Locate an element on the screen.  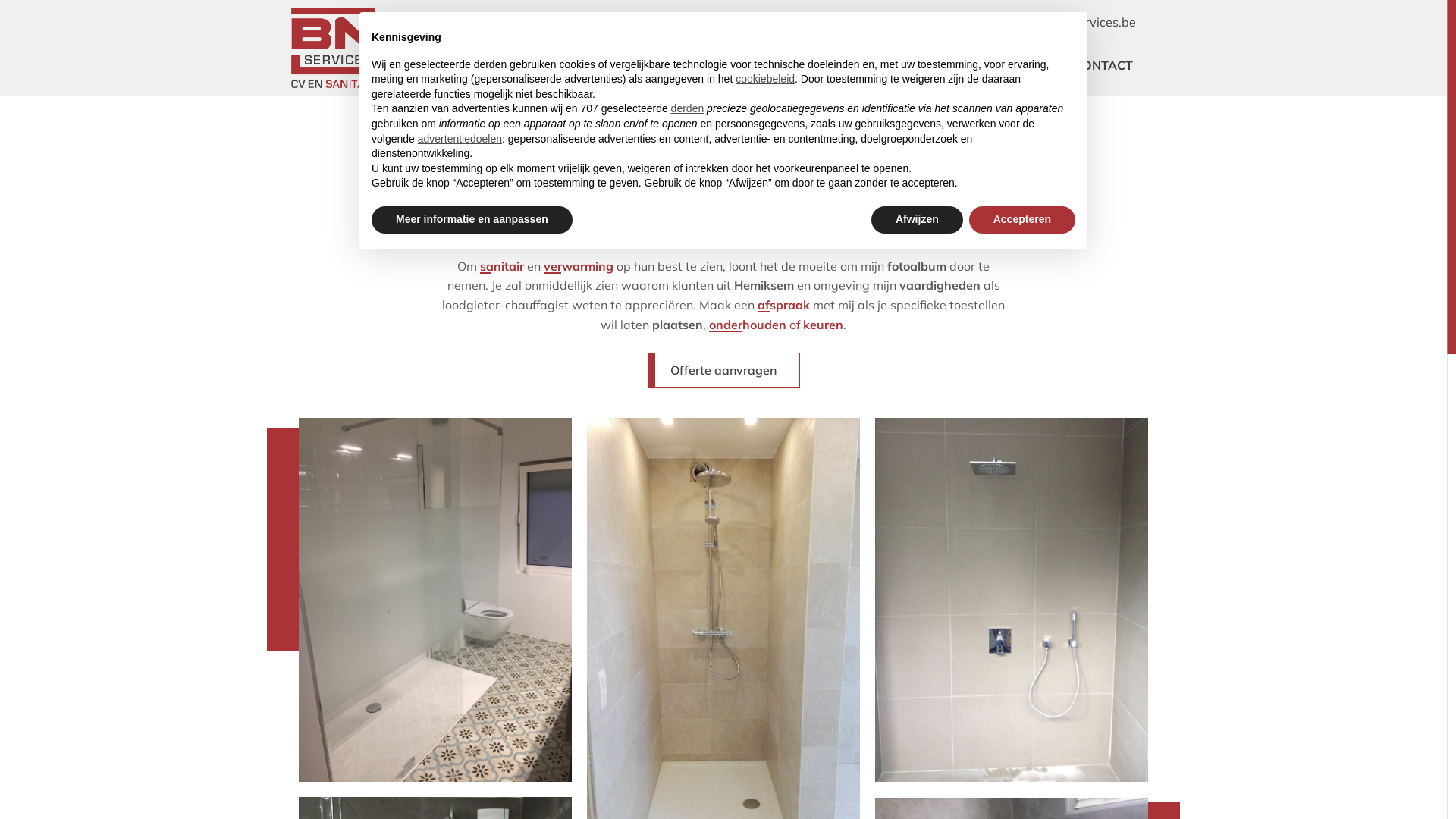
'onderhouden of keuren' is located at coordinates (776, 324).